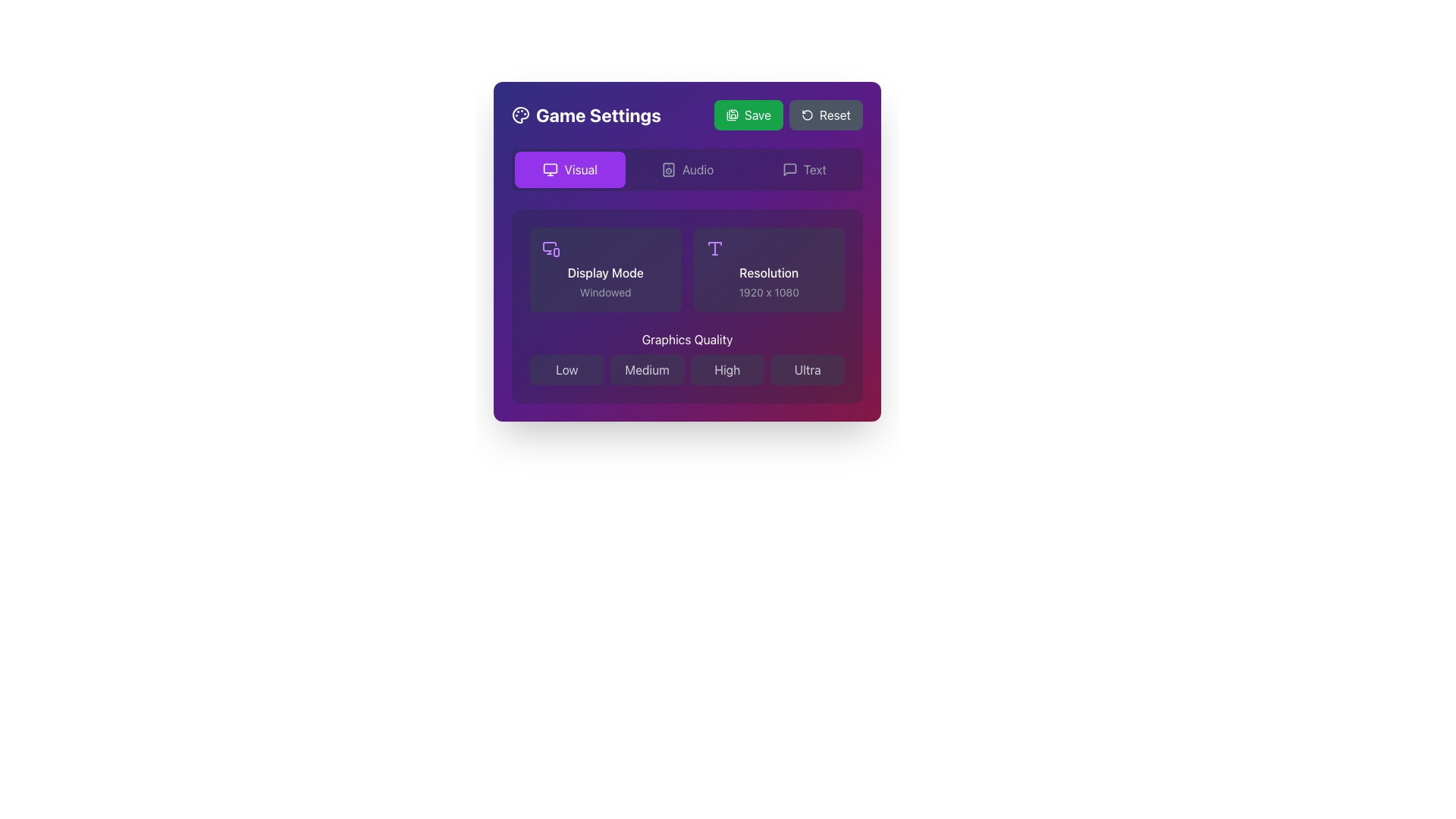 The image size is (1456, 819). Describe the element at coordinates (686, 357) in the screenshot. I see `the graphics quality selection buttons group located at the bottom section of the settings interface, below the 'Display Mode' and 'Resolution' sections` at that location.